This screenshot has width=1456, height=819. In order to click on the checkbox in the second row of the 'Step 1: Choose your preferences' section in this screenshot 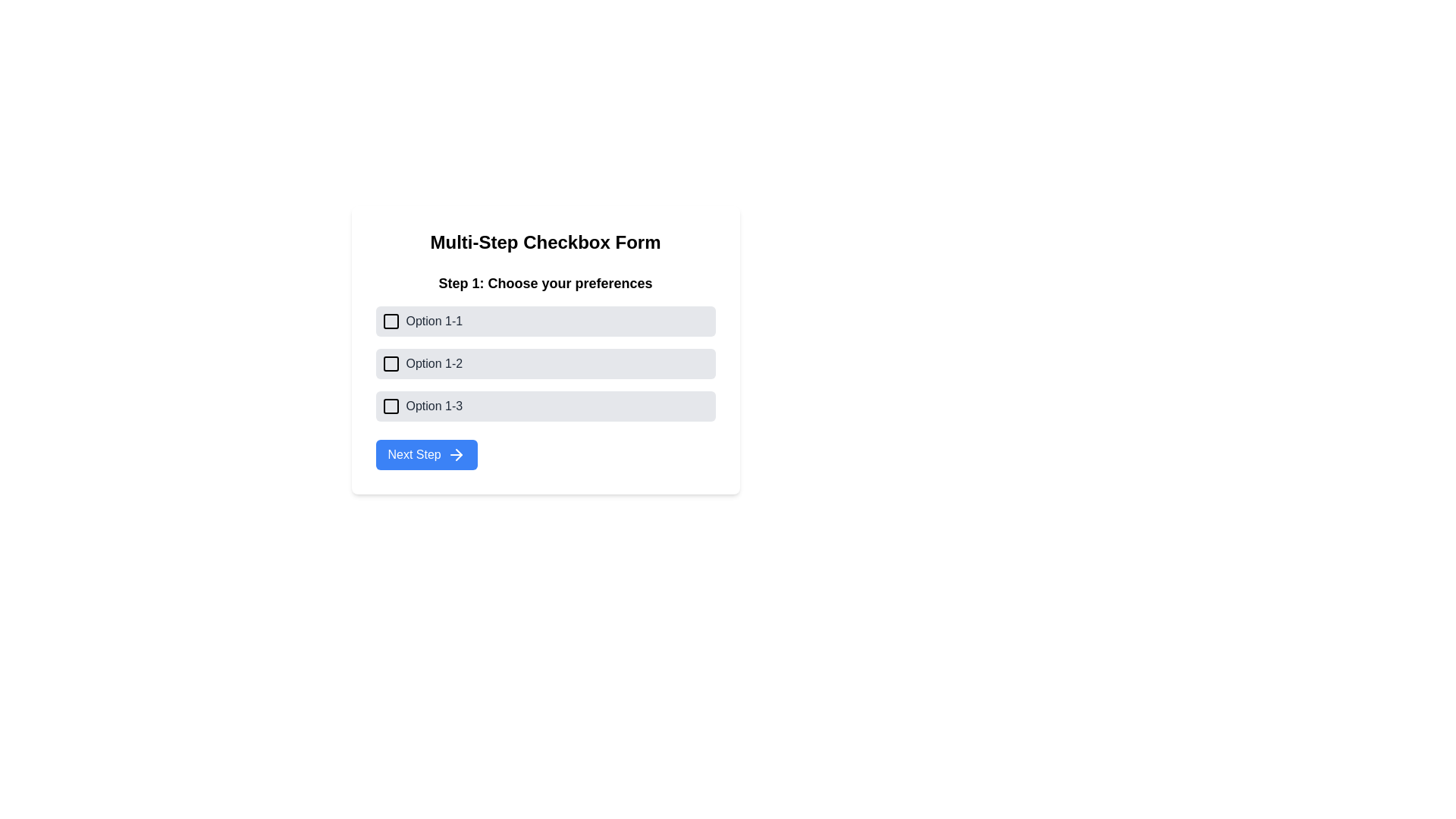, I will do `click(545, 371)`.